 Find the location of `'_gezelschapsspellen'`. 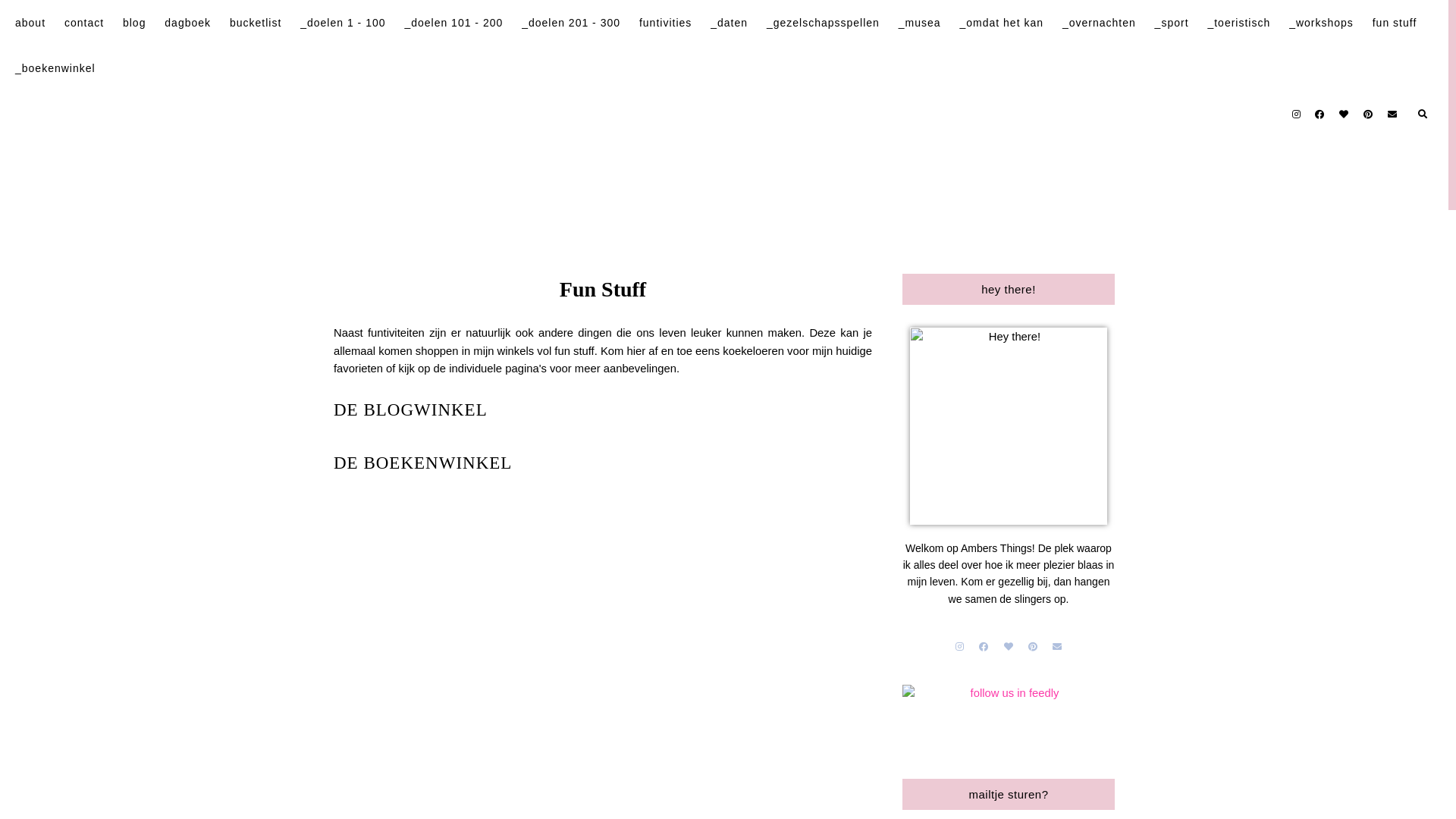

'_gezelschapsspellen' is located at coordinates (822, 23).